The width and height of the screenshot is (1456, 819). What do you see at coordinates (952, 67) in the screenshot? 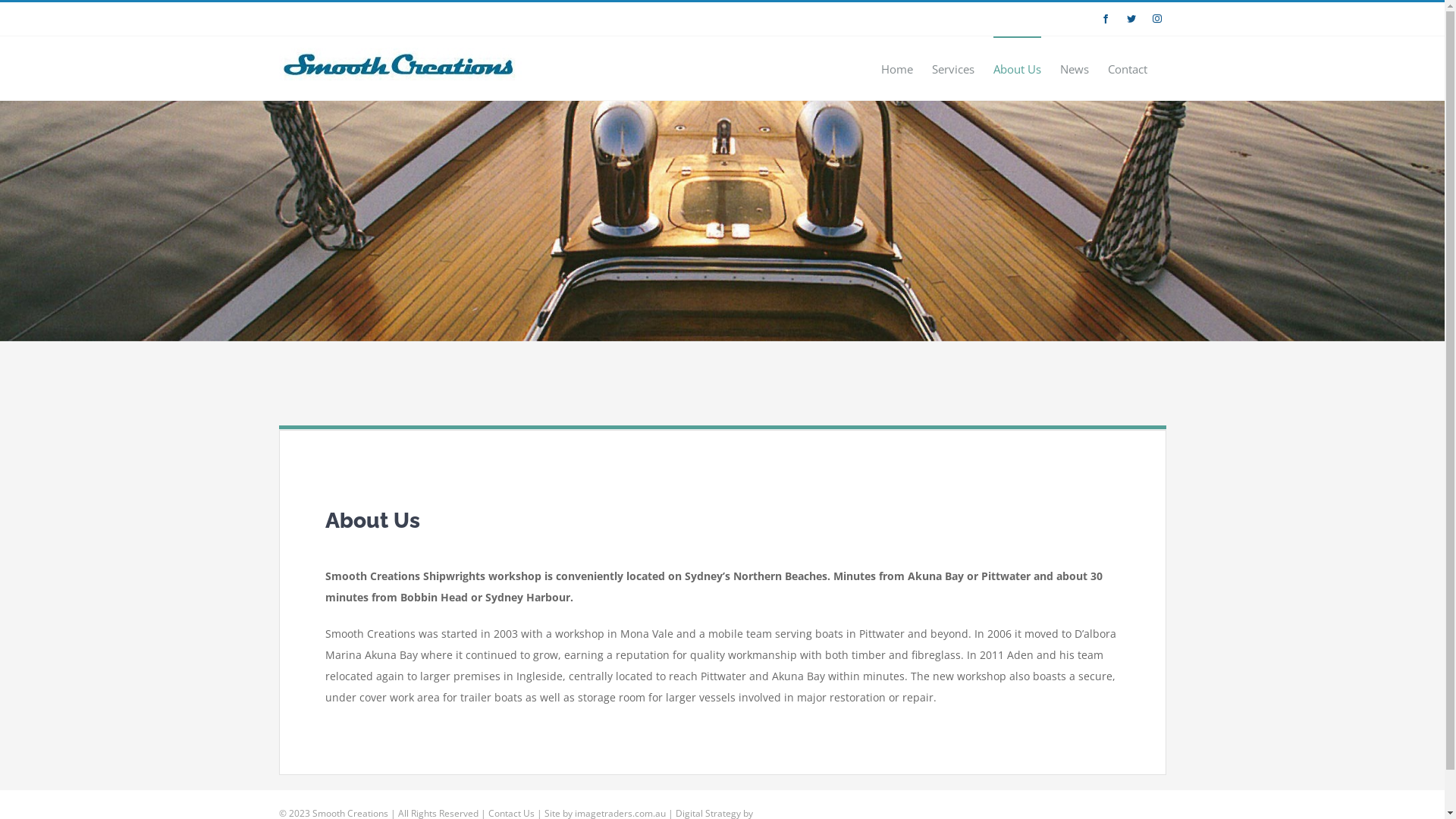
I see `'Services'` at bounding box center [952, 67].